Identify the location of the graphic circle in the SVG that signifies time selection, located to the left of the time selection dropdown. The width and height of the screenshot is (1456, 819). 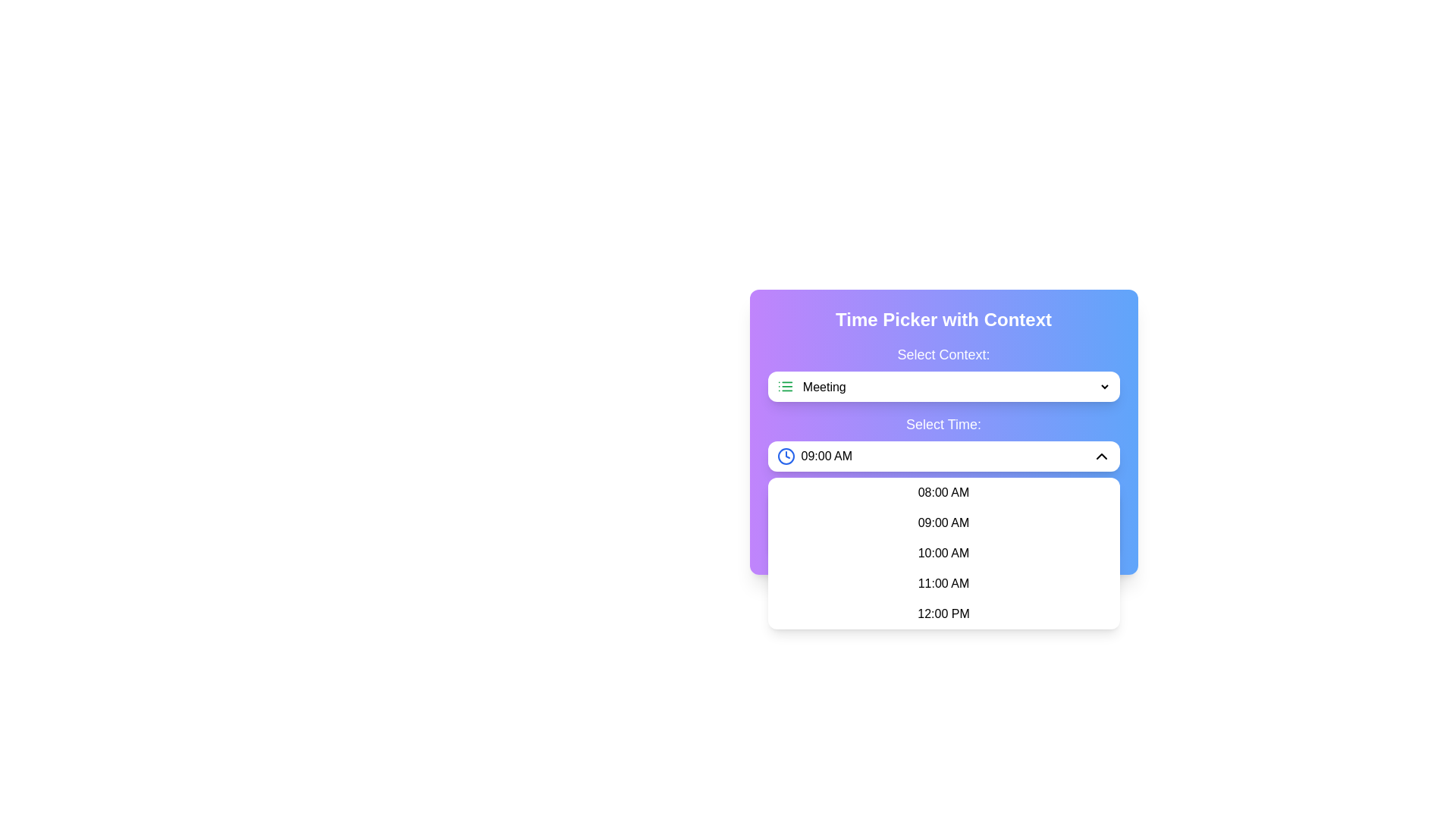
(786, 455).